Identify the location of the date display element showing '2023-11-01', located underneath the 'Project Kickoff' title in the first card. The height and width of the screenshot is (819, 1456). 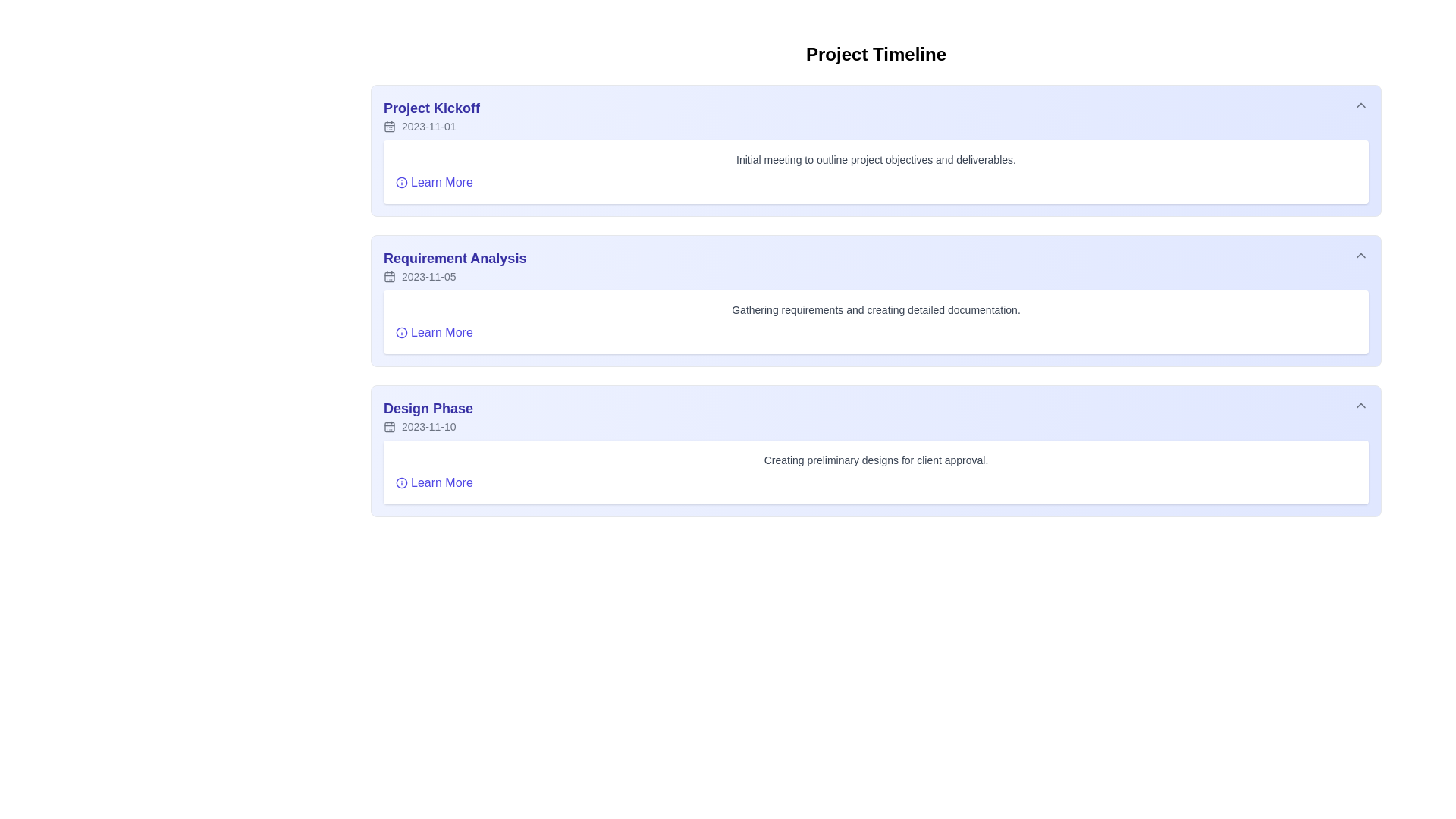
(431, 125).